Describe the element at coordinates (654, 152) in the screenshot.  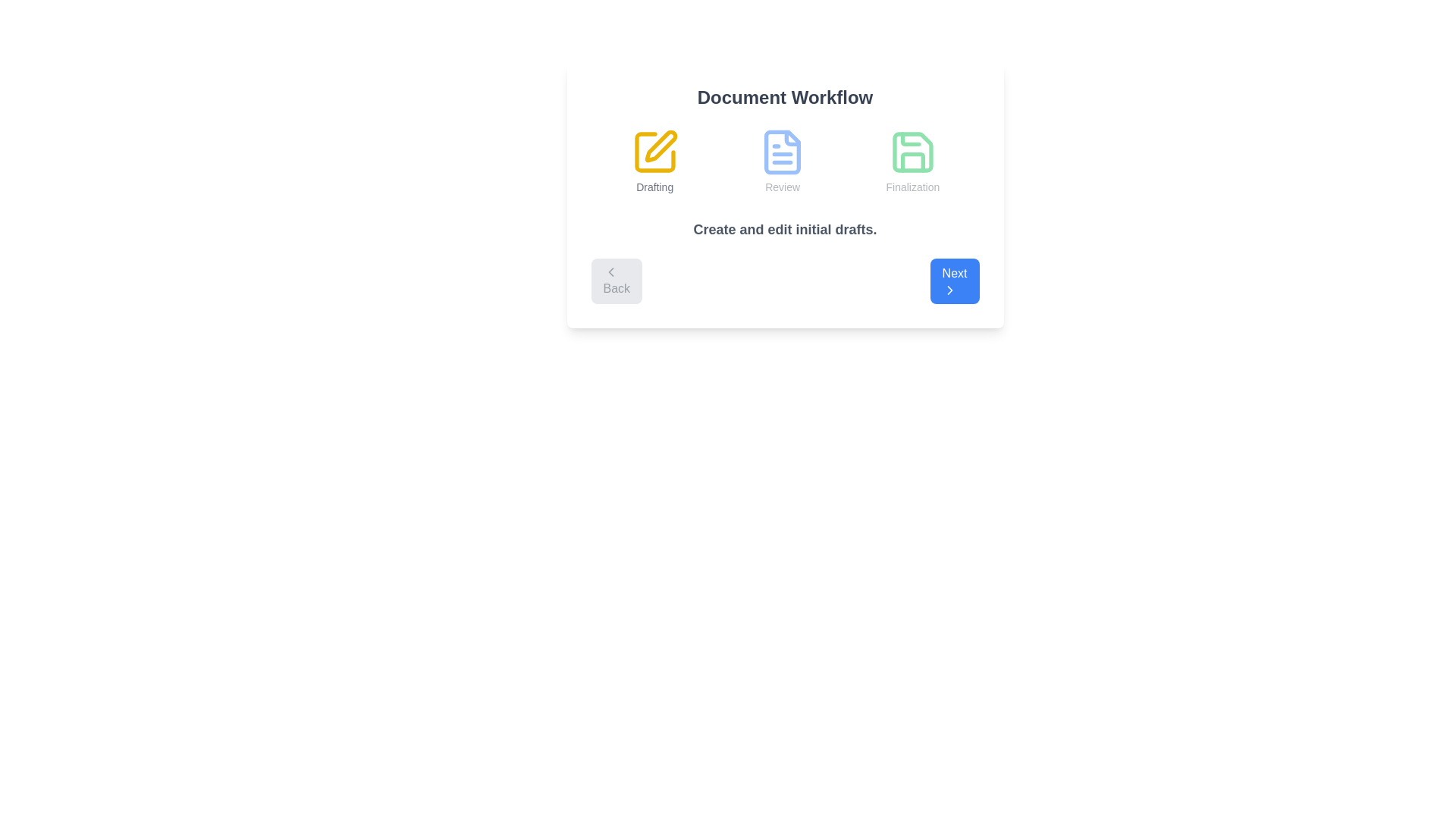
I see `the square button with a yellow outline representing a pen icon` at that location.